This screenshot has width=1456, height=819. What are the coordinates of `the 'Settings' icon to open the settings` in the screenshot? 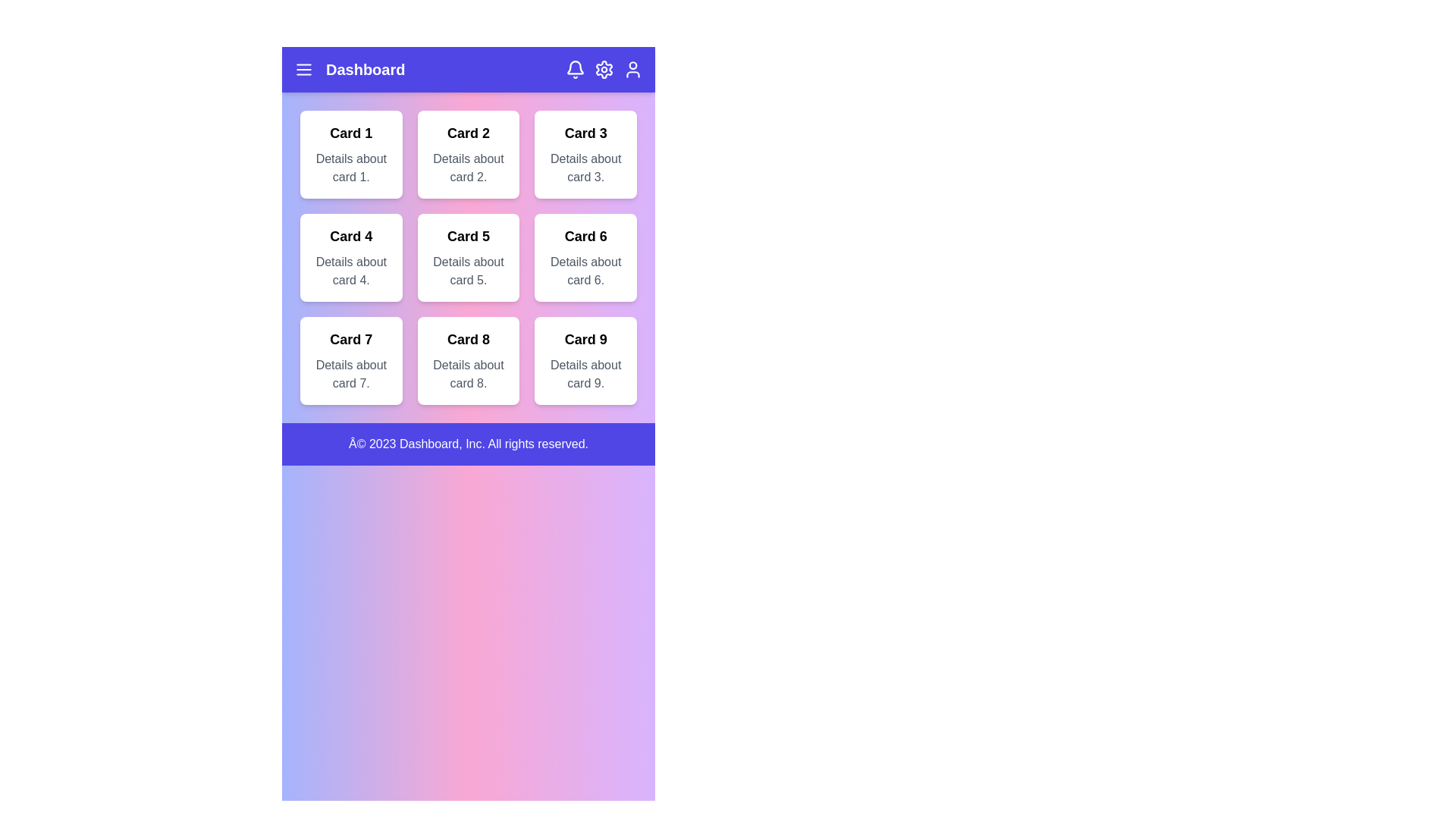 It's located at (603, 70).